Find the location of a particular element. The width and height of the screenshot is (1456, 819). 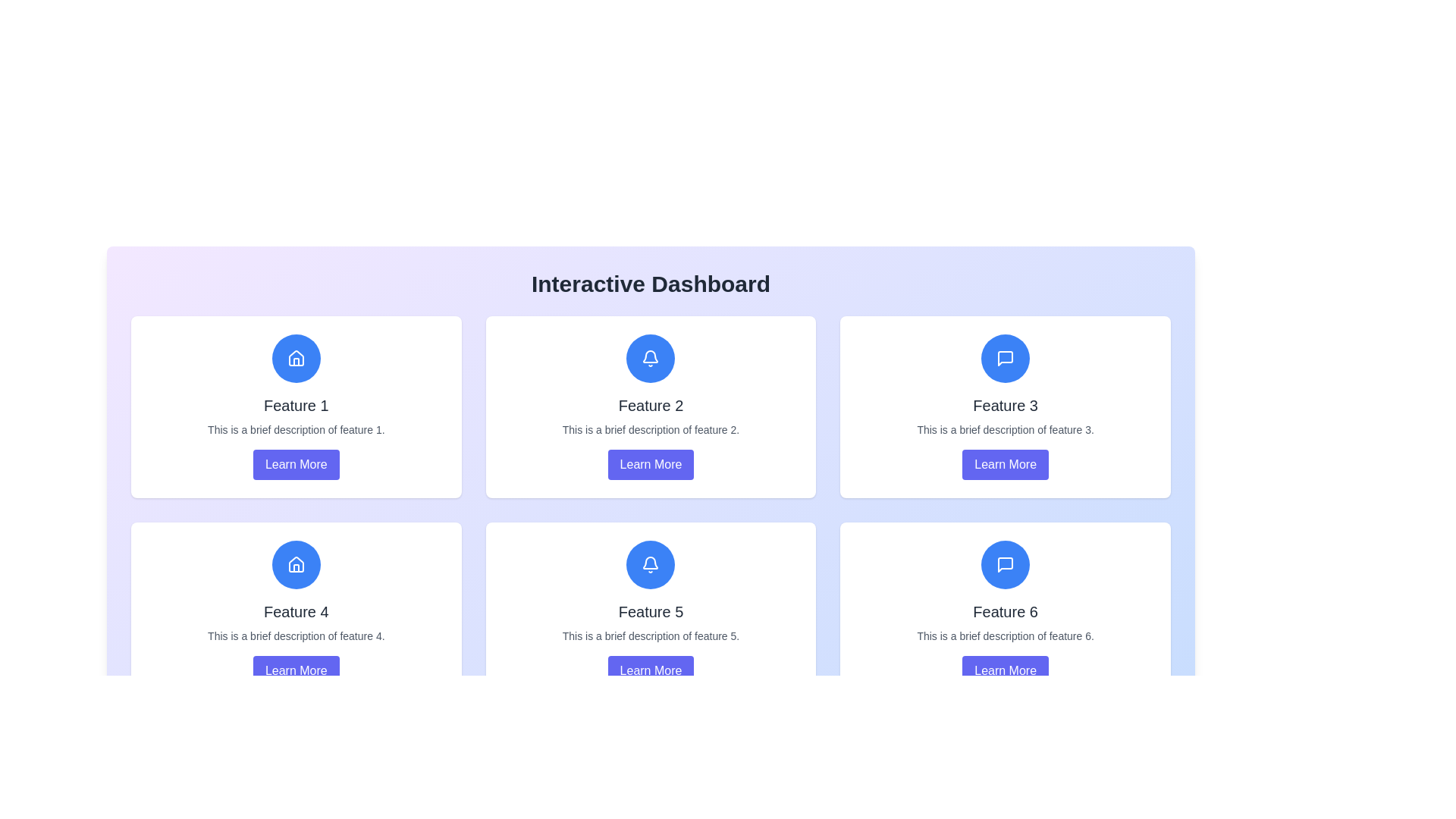

the 'Learn More' button for 'Feature 5' located in the lower section of the dashboard is located at coordinates (651, 670).